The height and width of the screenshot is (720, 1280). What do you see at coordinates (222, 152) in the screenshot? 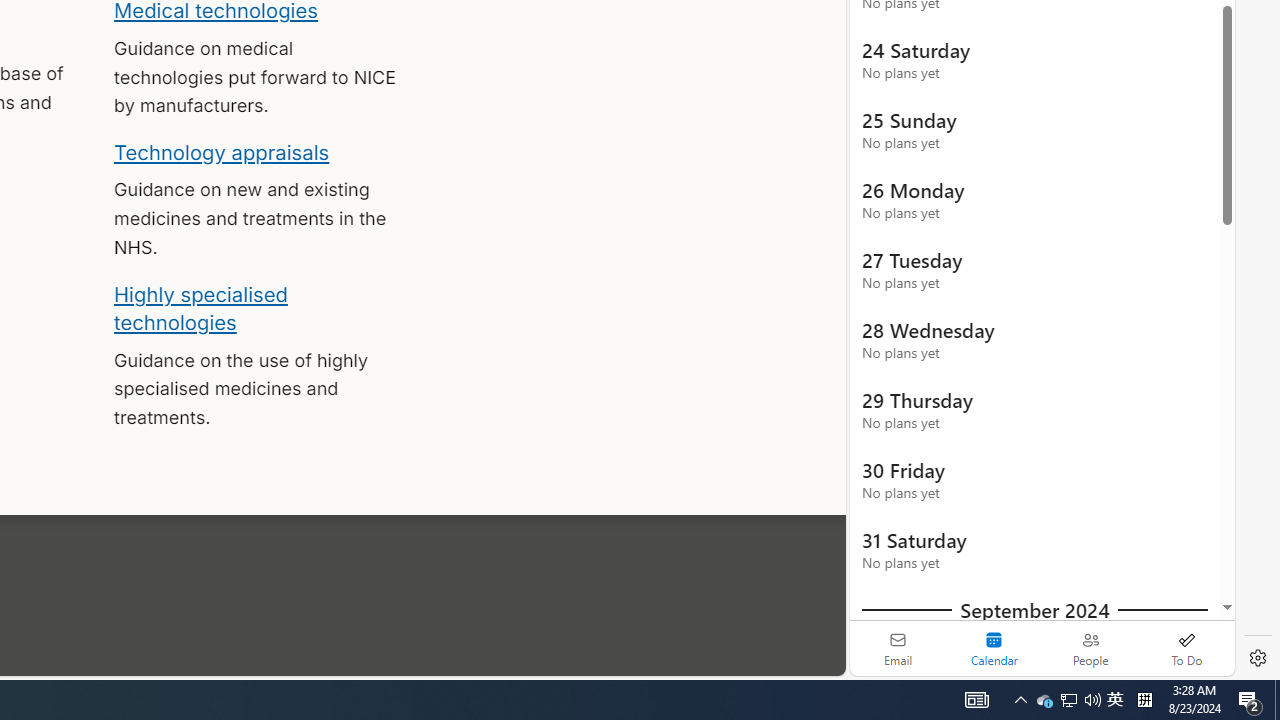
I see `'Technology appraisals'` at bounding box center [222, 152].